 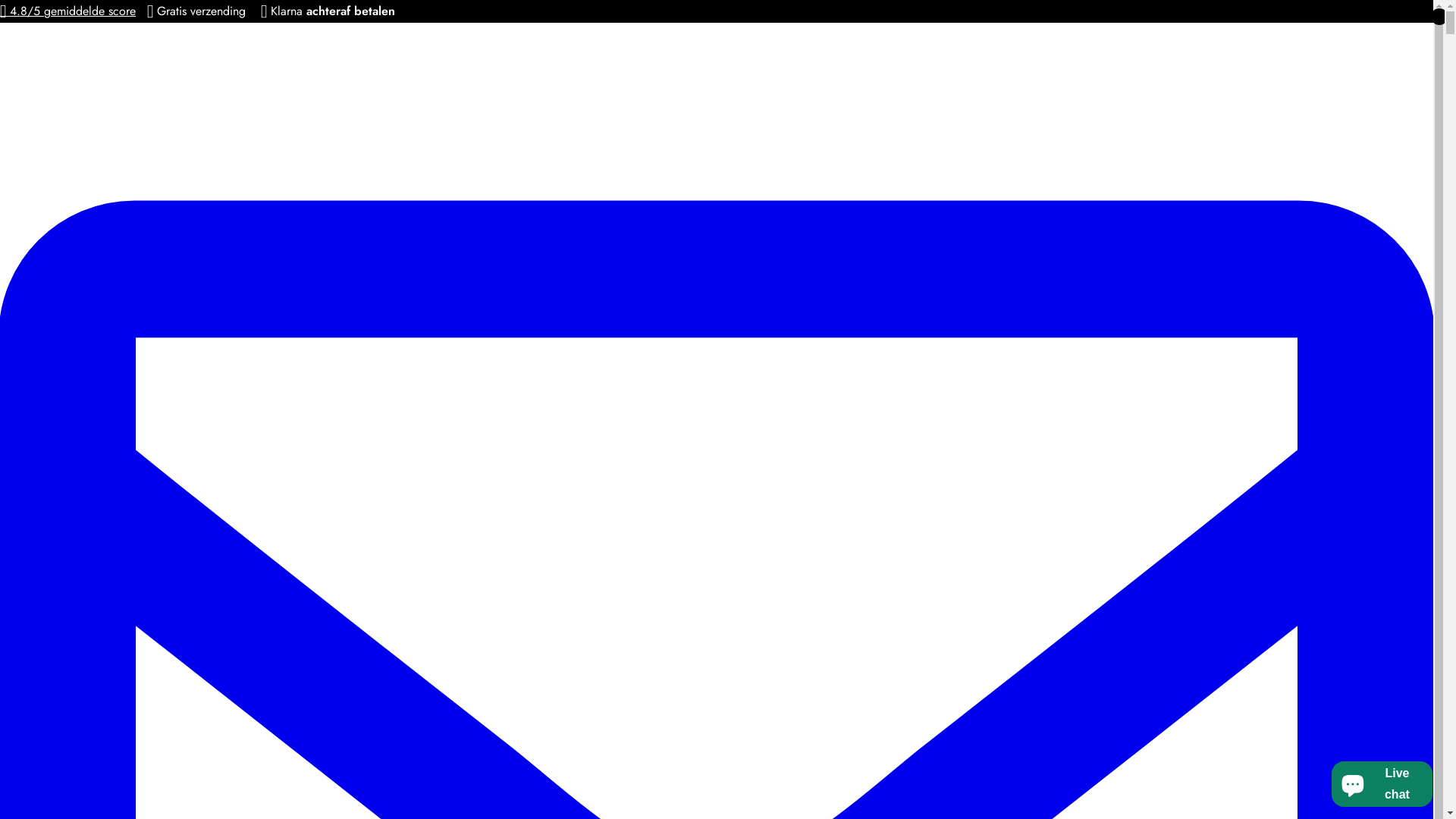 What do you see at coordinates (1326, 780) in the screenshot?
I see `'Onlinewinkel-chat van Shopify'` at bounding box center [1326, 780].